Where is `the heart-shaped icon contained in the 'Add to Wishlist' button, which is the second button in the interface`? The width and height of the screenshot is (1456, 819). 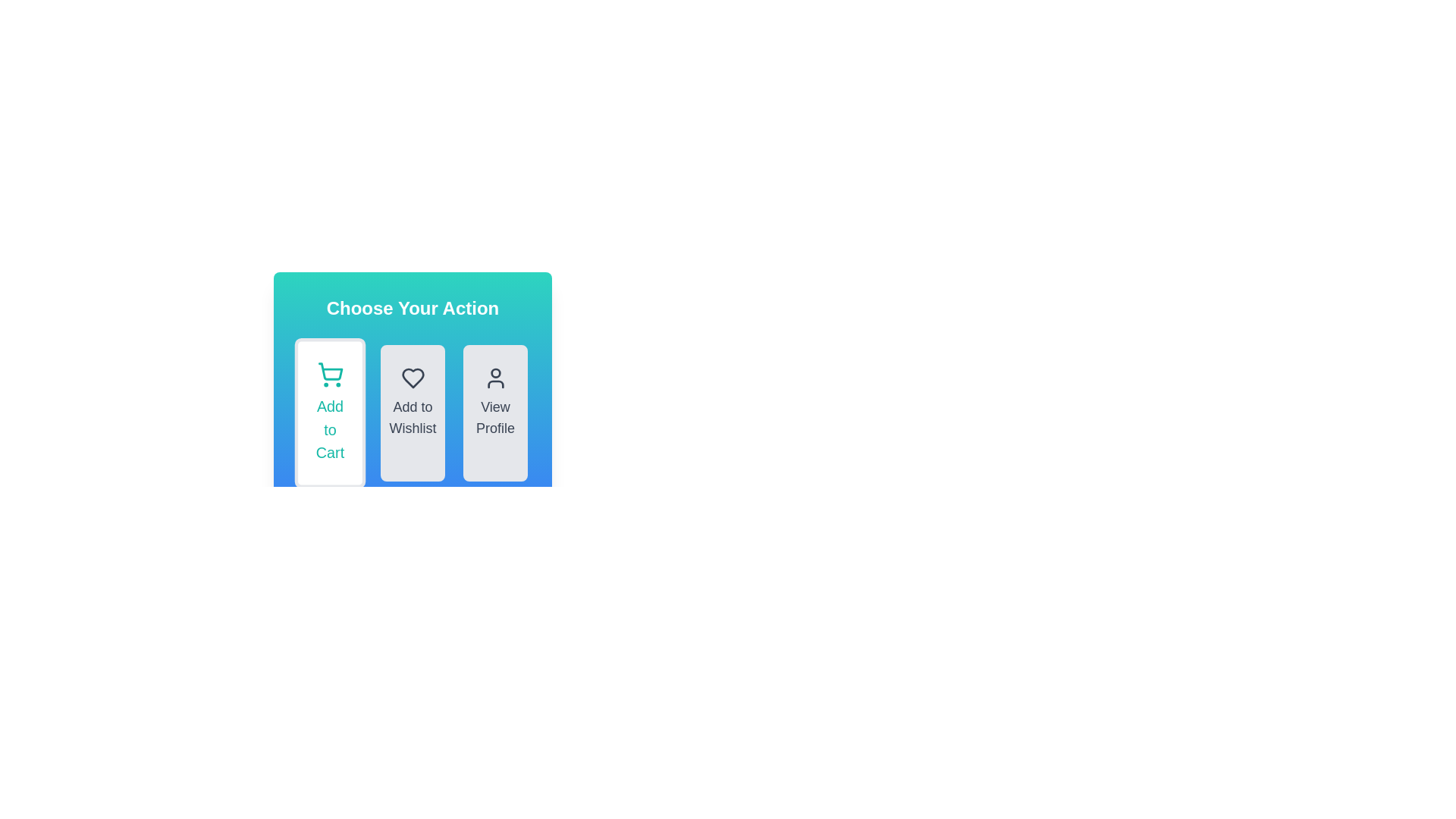 the heart-shaped icon contained in the 'Add to Wishlist' button, which is the second button in the interface is located at coordinates (413, 377).